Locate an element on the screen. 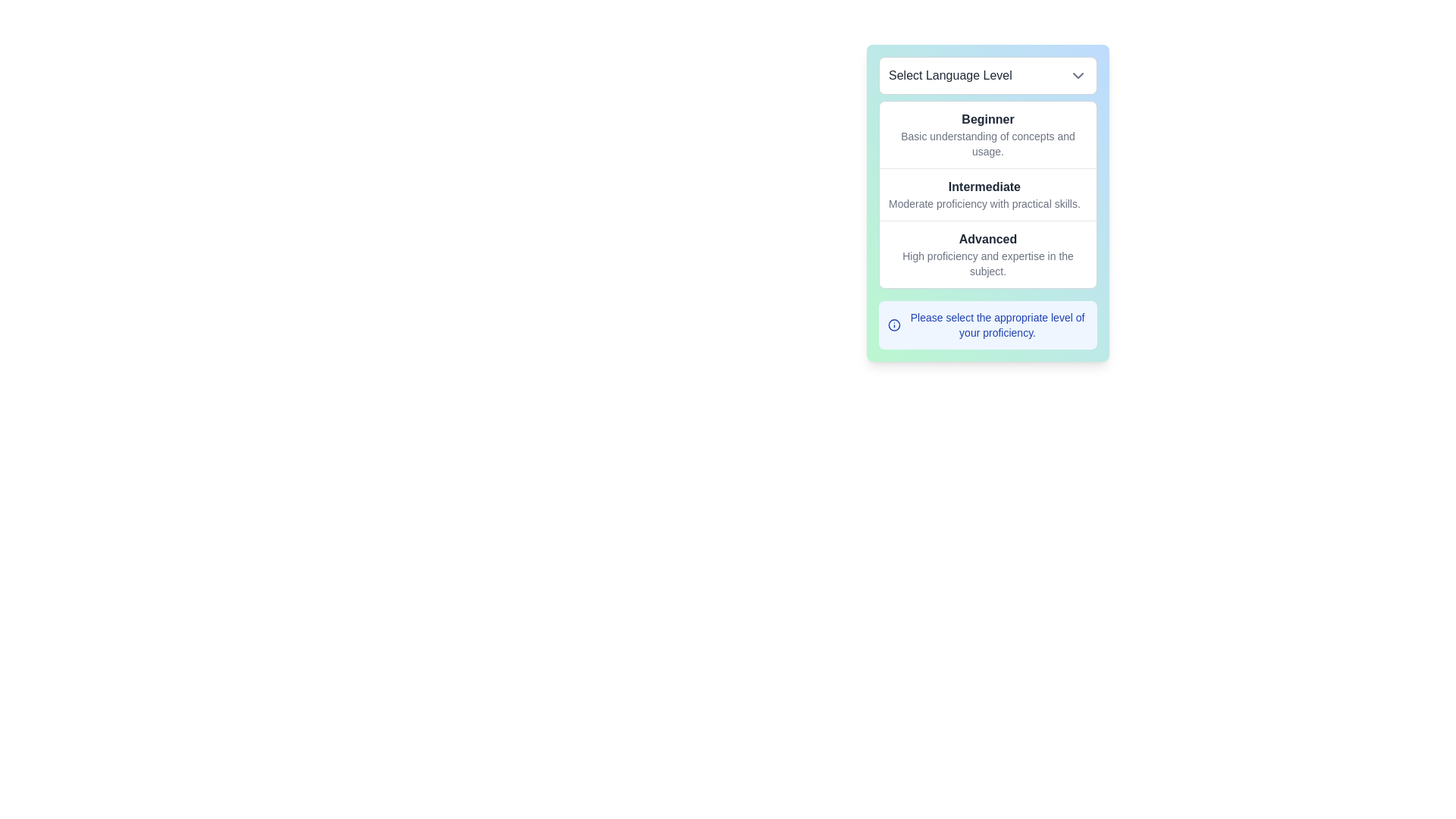 The height and width of the screenshot is (819, 1456). the SVG circle graphic located inside the informational icon representing the letter 'i', which is positioned to the left of the text 'Please select the appropriate level of your proficiency.' is located at coordinates (894, 324).